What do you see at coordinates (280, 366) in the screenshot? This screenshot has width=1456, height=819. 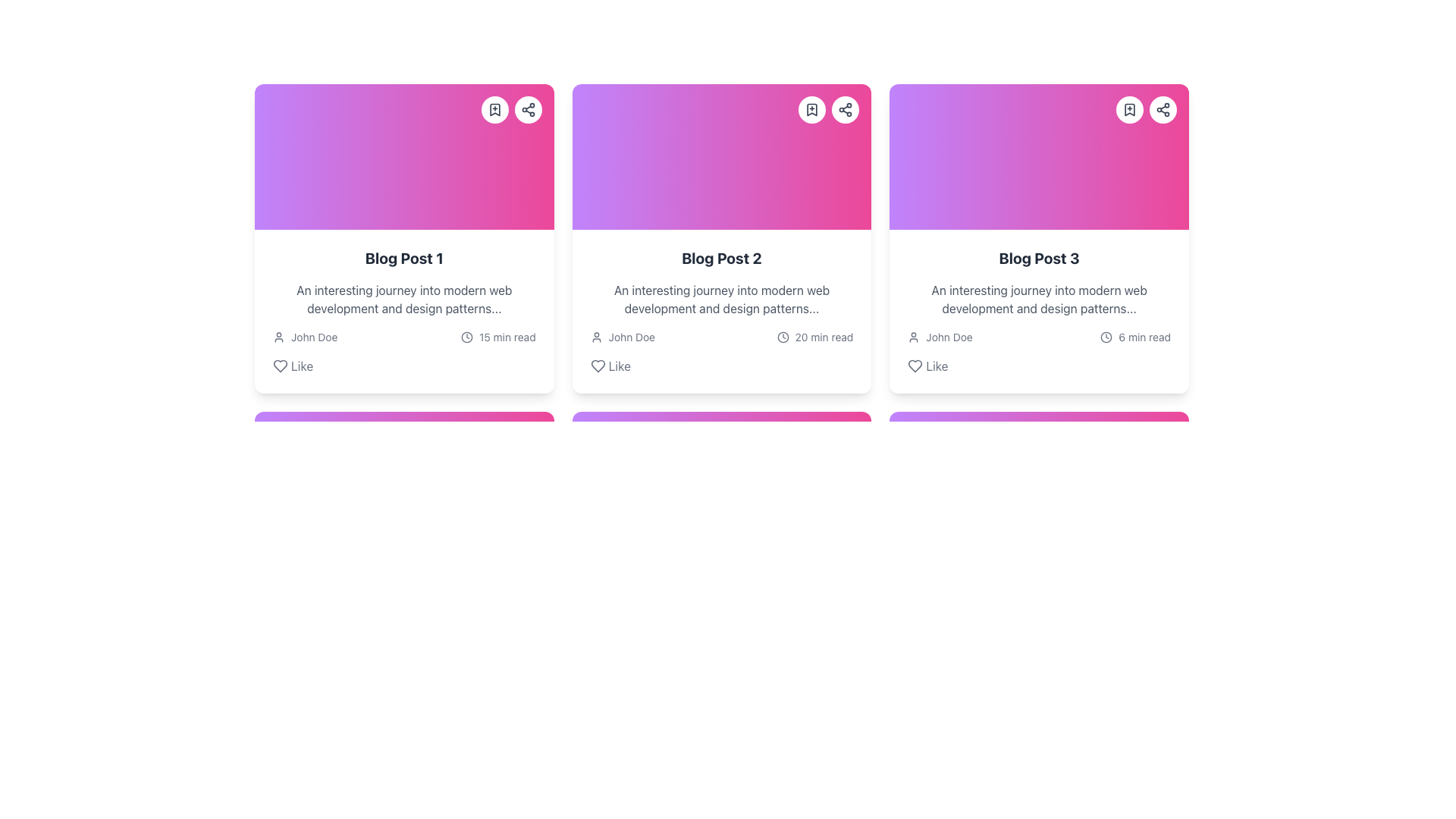 I see `the heart icon located at the bottom left corner of the 'Blog Post 1' card` at bounding box center [280, 366].